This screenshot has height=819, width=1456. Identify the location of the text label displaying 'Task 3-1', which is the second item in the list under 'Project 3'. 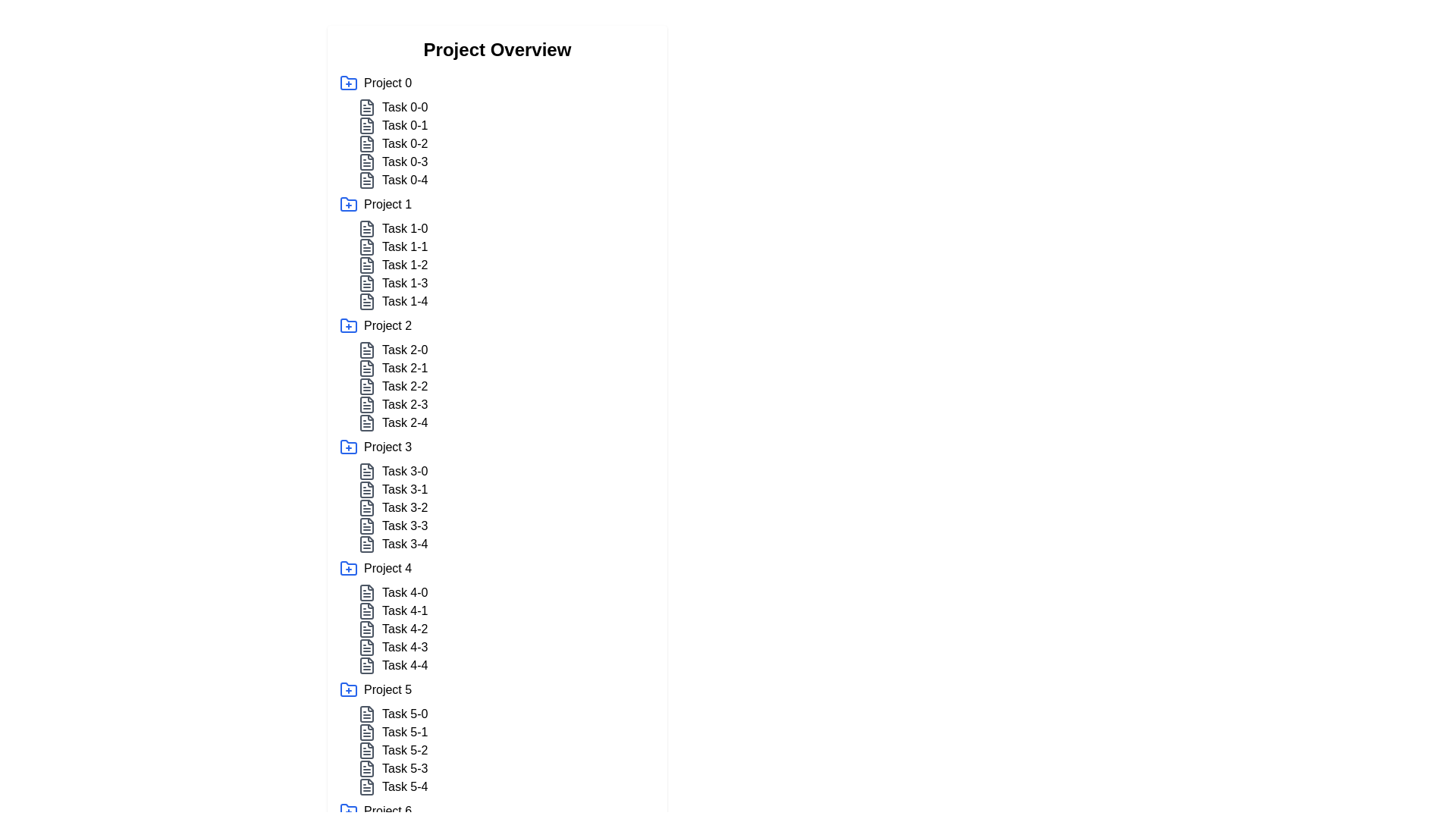
(405, 489).